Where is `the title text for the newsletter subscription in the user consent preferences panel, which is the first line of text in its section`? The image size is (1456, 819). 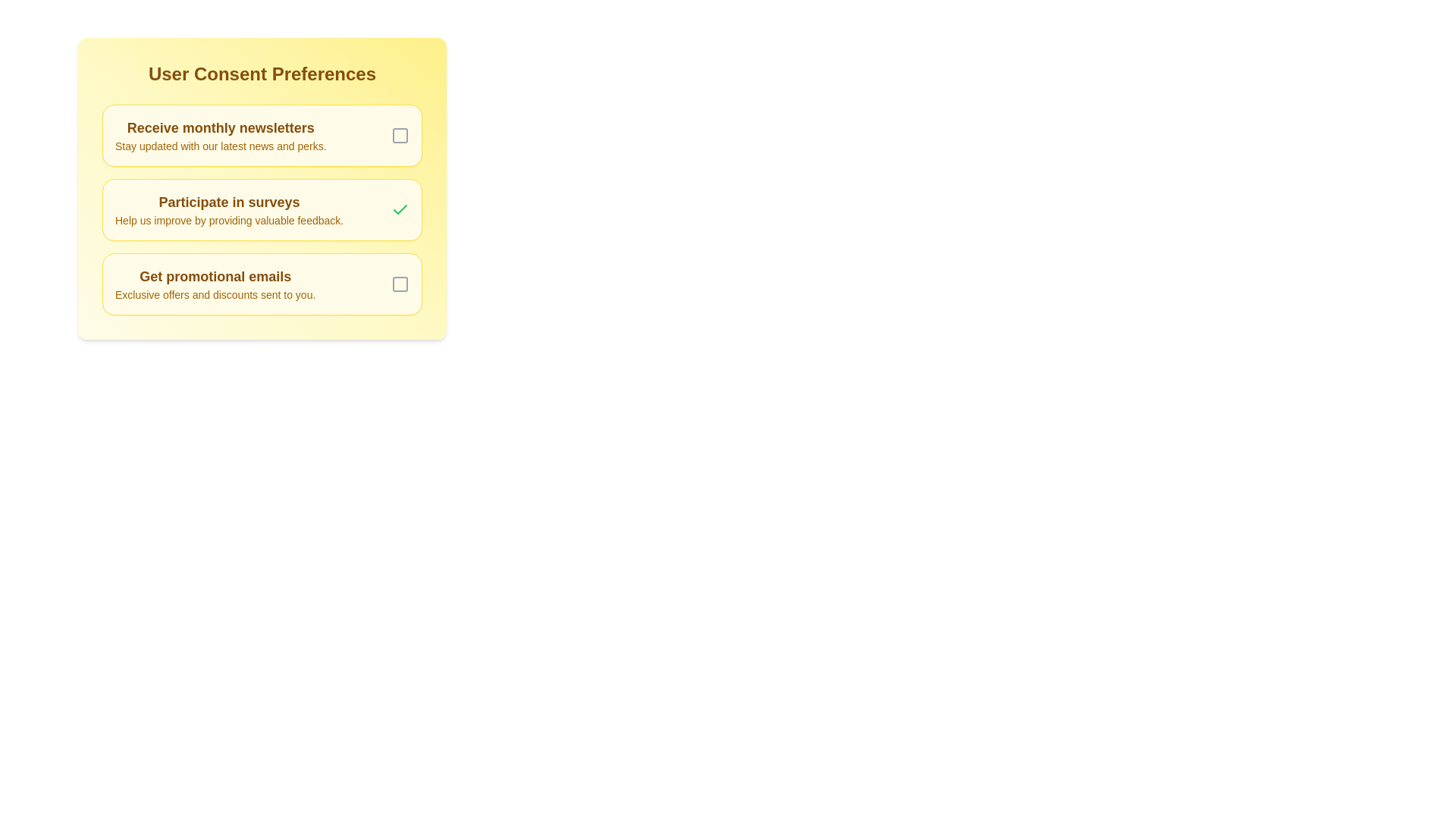 the title text for the newsletter subscription in the user consent preferences panel, which is the first line of text in its section is located at coordinates (220, 127).